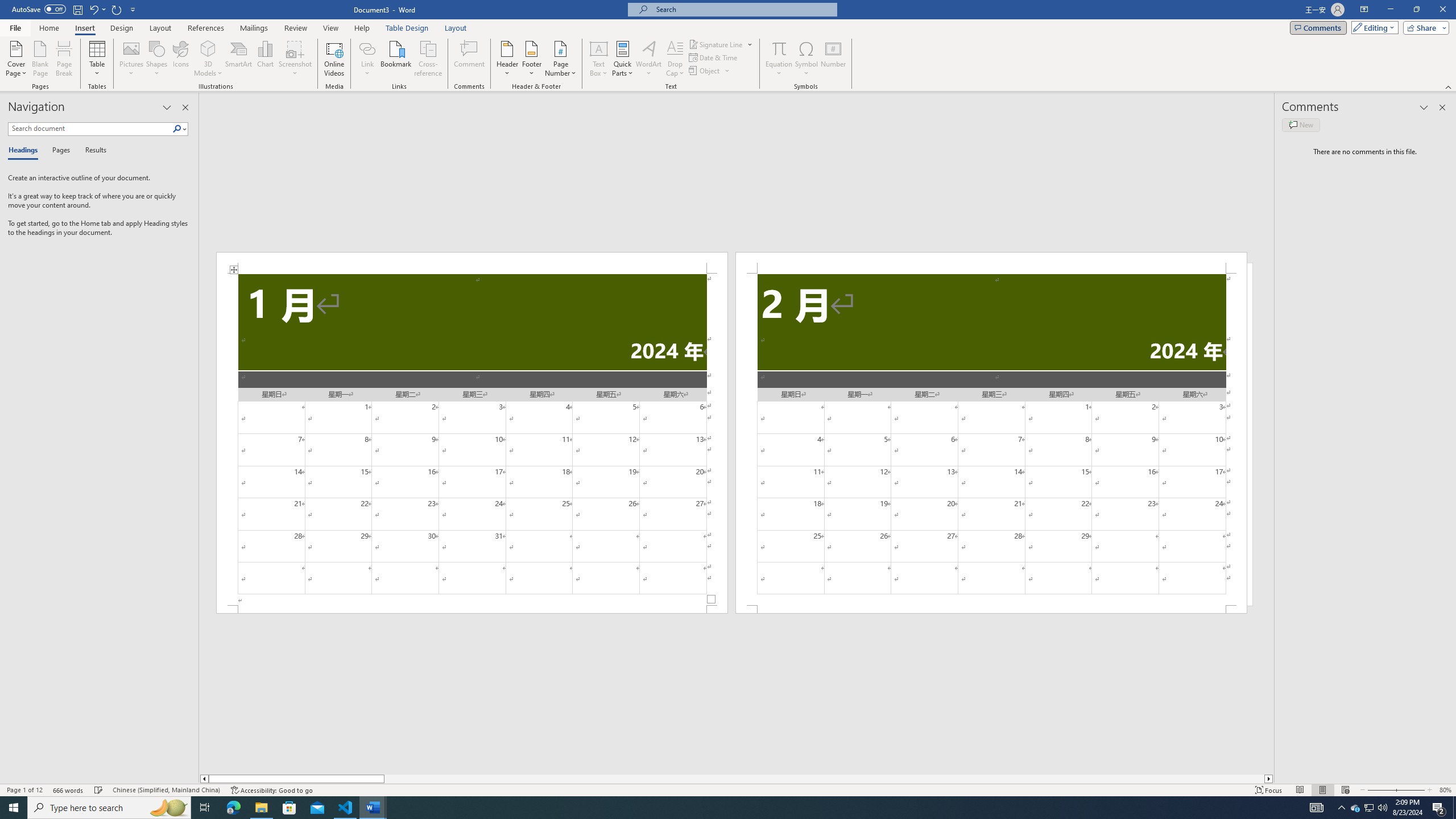  Describe the element at coordinates (165, 790) in the screenshot. I see `'Language Chinese (Simplified, Mainland China)'` at that location.